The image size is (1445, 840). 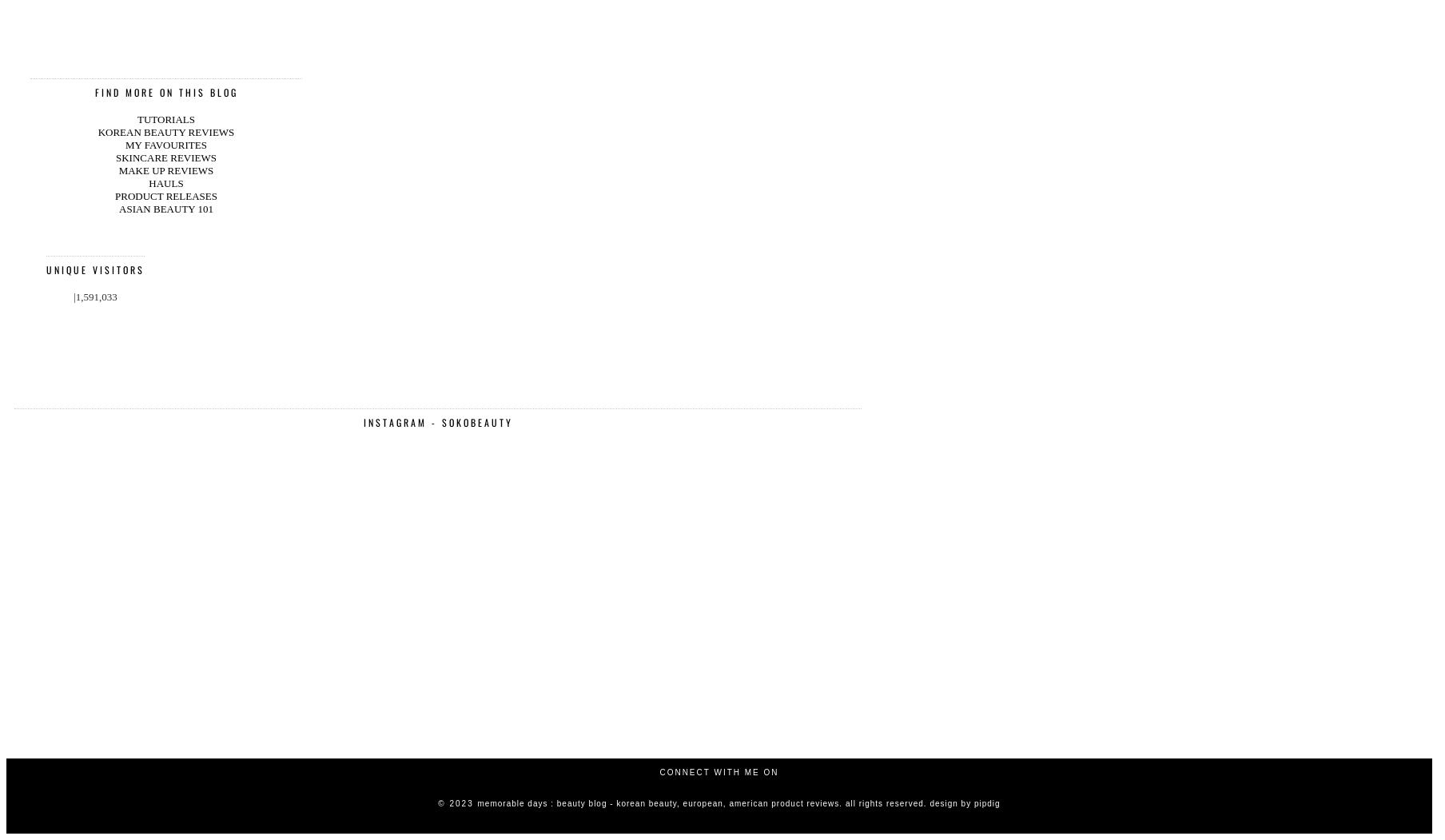 What do you see at coordinates (965, 613) in the screenshot?
I see `'design by pipdig'` at bounding box center [965, 613].